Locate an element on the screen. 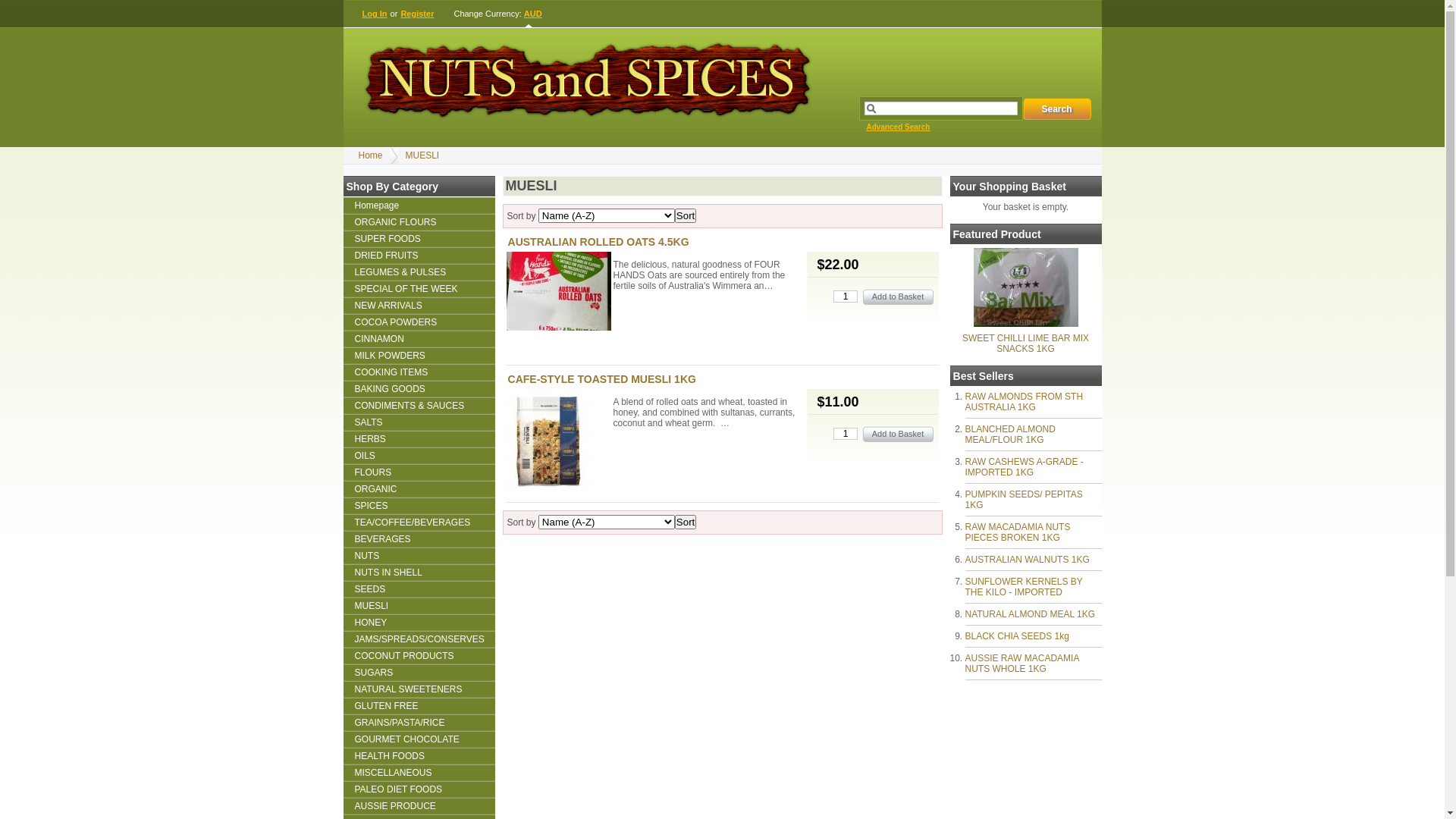 This screenshot has width=1456, height=819. 'ORGANIC' is located at coordinates (419, 488).